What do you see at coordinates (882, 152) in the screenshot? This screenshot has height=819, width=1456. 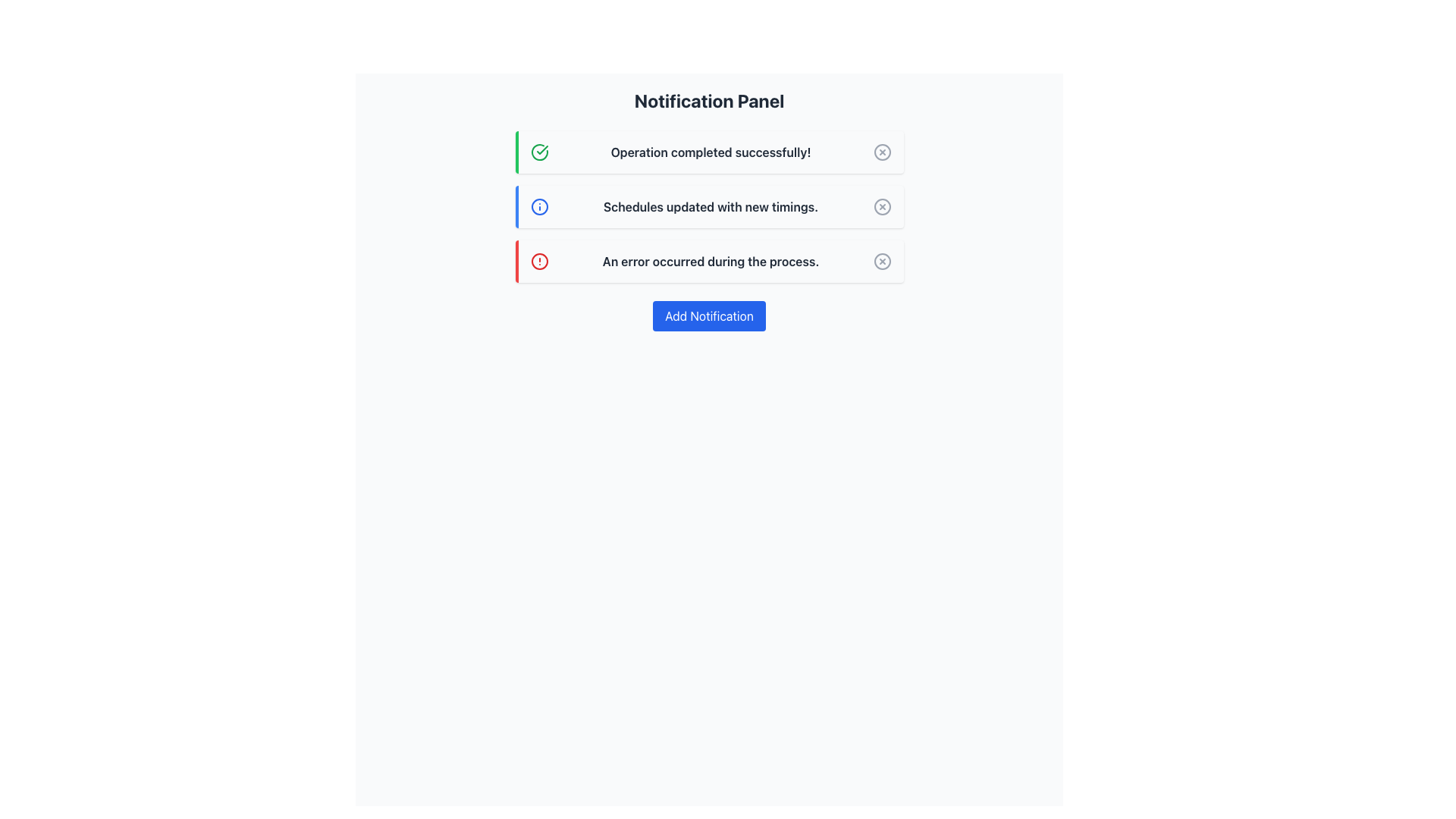 I see `the circular icon in the notification panel that indicates 'Operation completed successfully!'` at bounding box center [882, 152].